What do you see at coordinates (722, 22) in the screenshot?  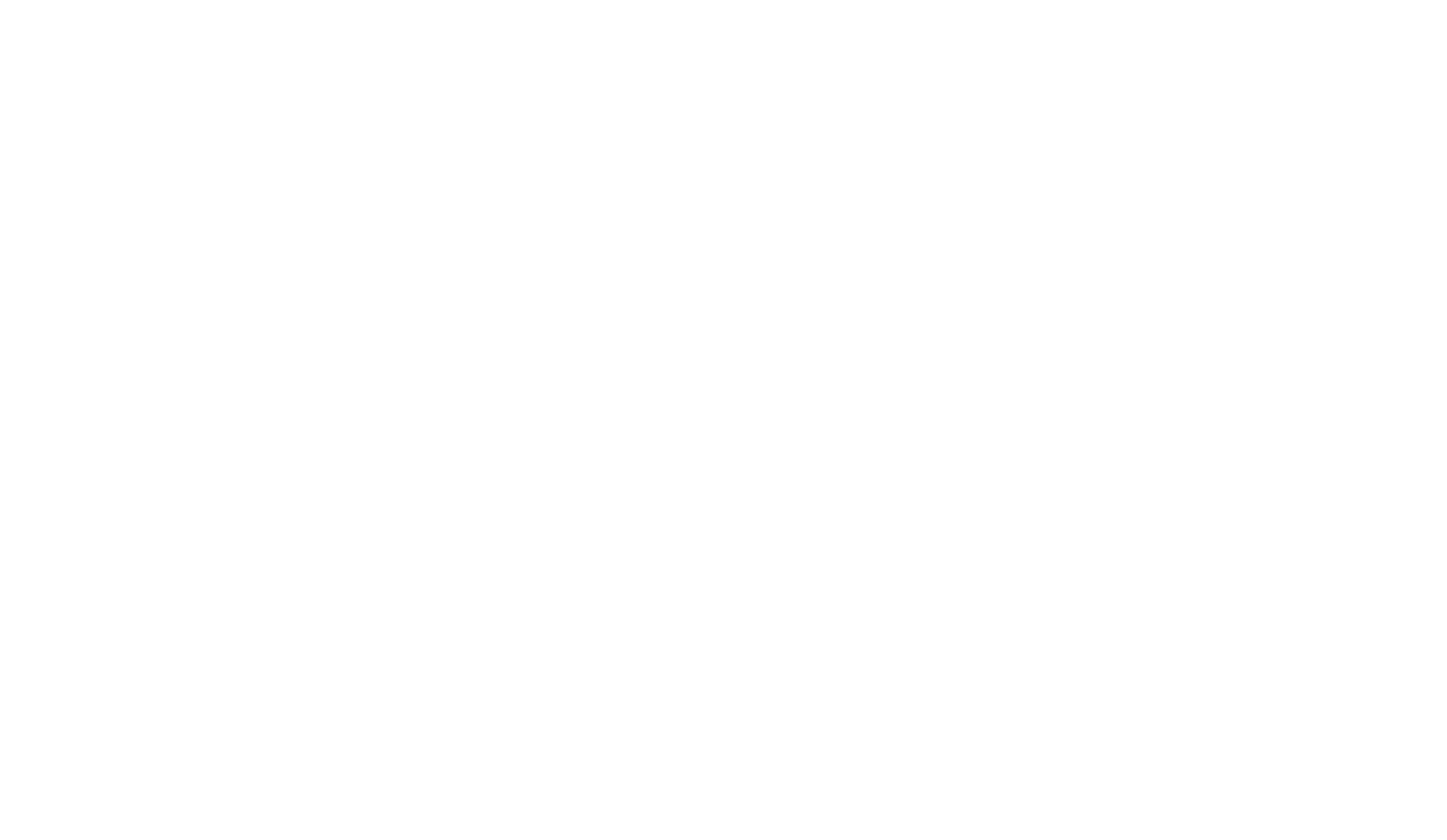 I see `'Alpes-de-Haute-Provence'` at bounding box center [722, 22].